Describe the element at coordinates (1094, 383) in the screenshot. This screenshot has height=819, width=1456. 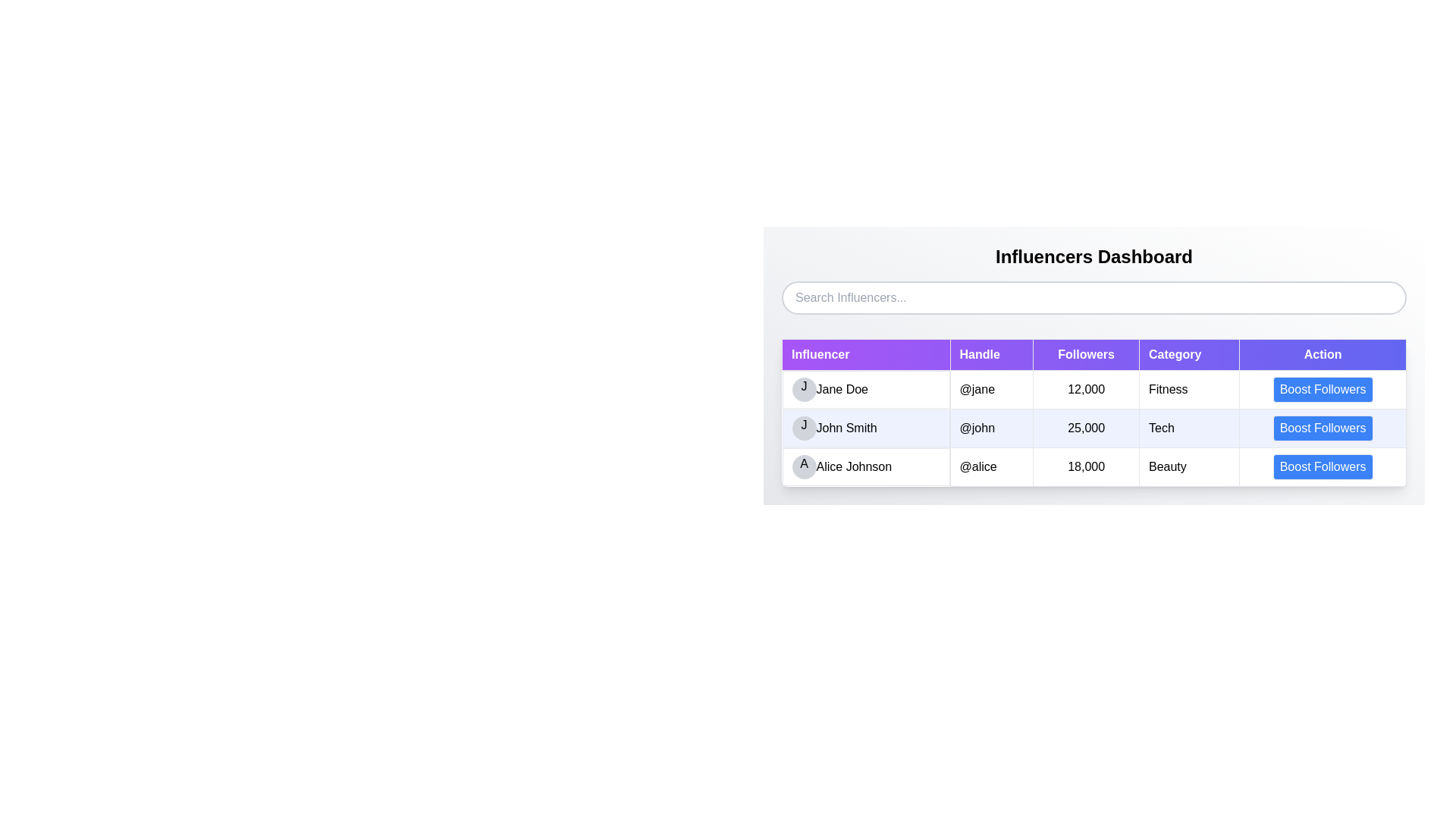
I see `the follower count display for the influencer 'Jane Doe', which shows '12,000' under the 'Followers' header in the Influencers Dashboard table` at that location.